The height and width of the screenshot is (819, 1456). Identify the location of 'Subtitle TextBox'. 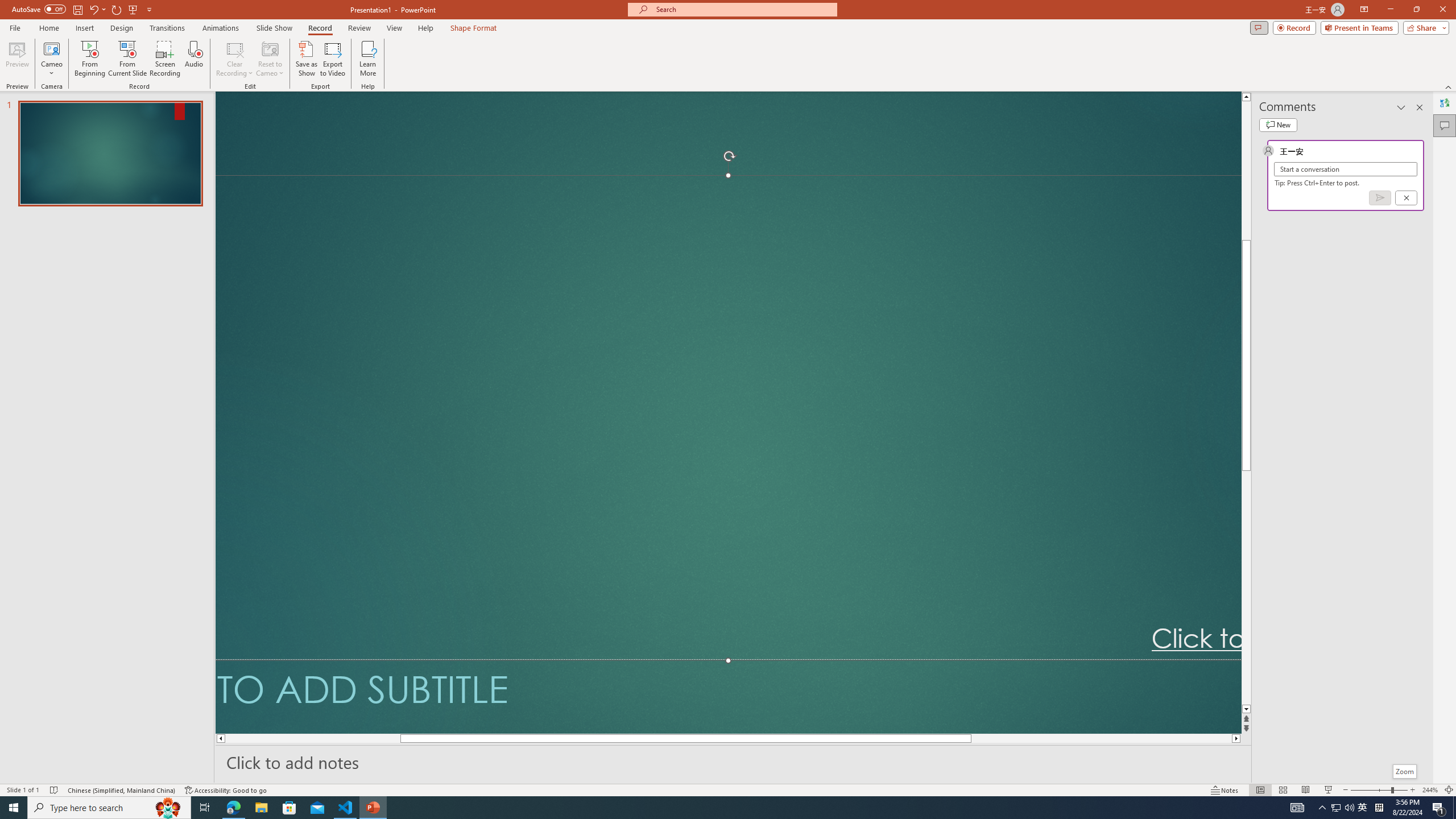
(728, 696).